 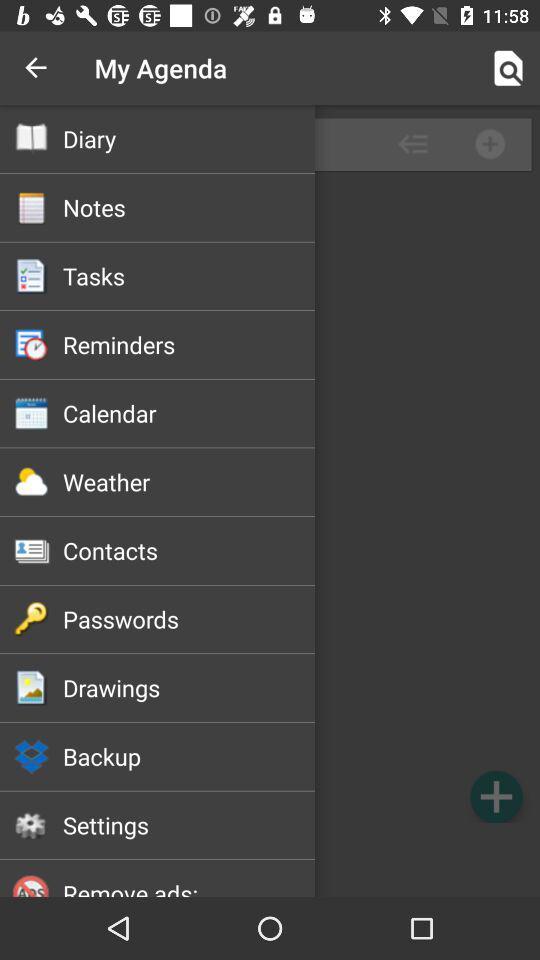 I want to click on tasks, so click(x=189, y=275).